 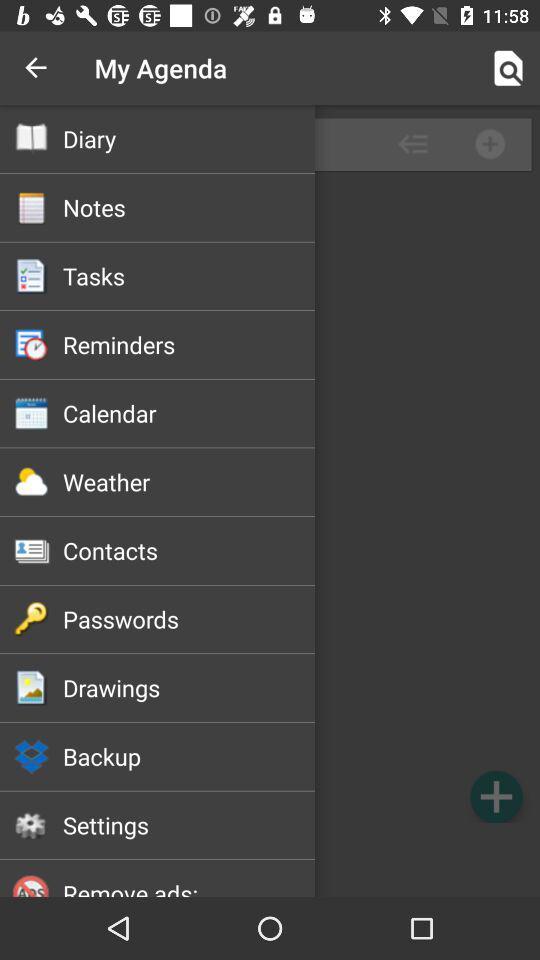 I want to click on tasks, so click(x=189, y=275).